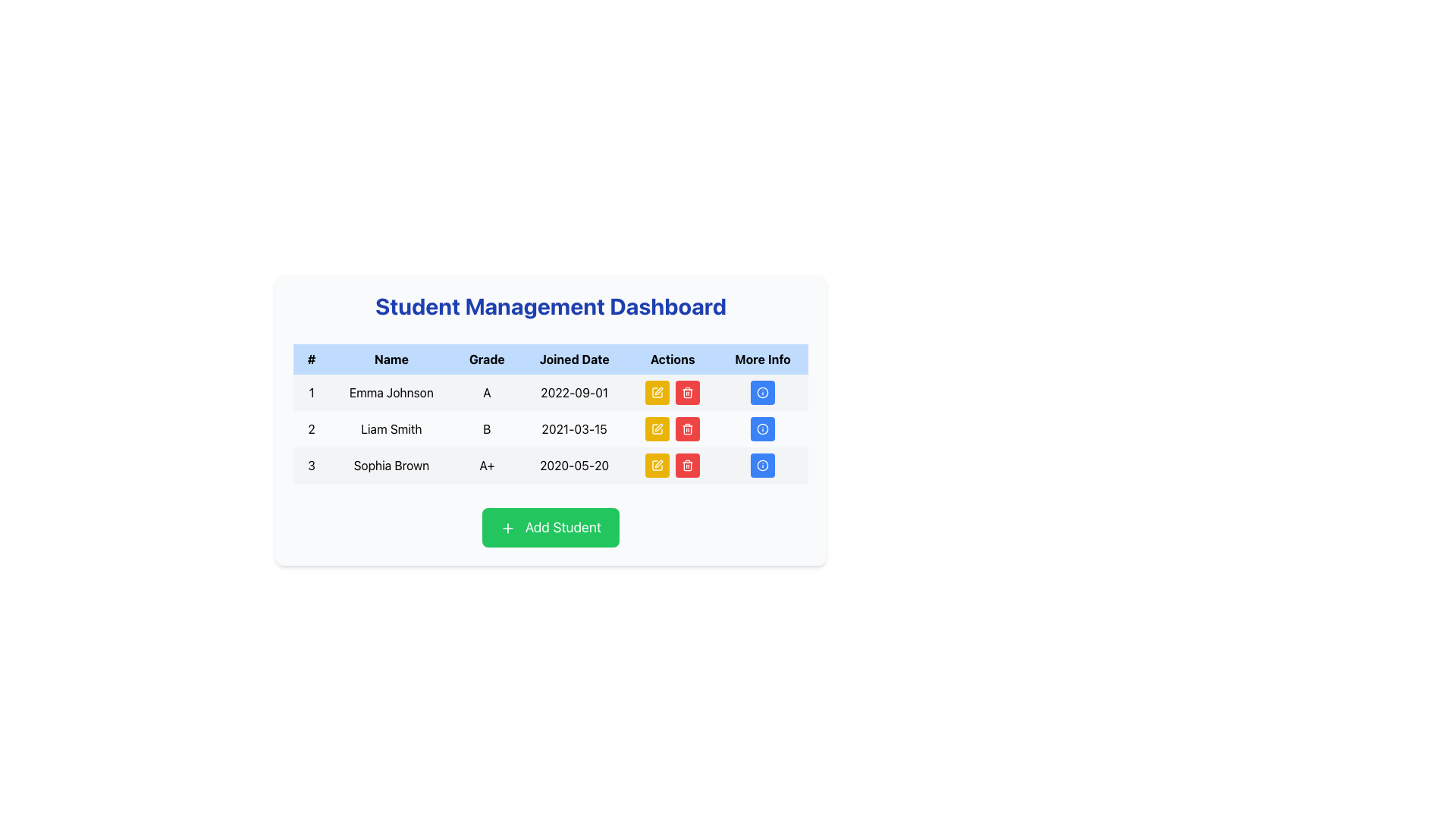 The width and height of the screenshot is (1456, 819). I want to click on the text label containing the character '#' located in the first position of the table header, styled with padding on a light blue background, so click(311, 359).